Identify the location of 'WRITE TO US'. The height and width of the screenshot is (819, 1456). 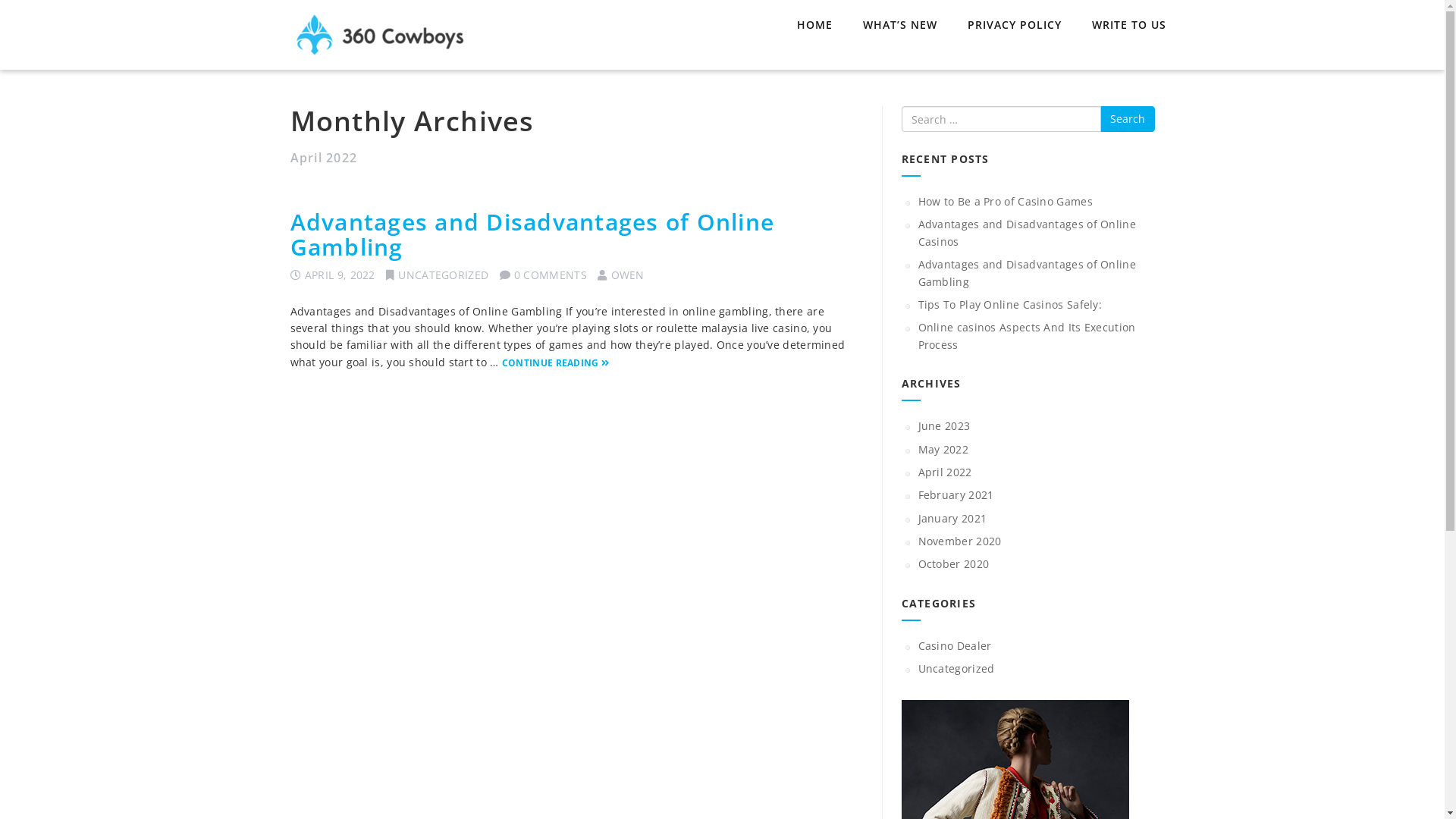
(1128, 26).